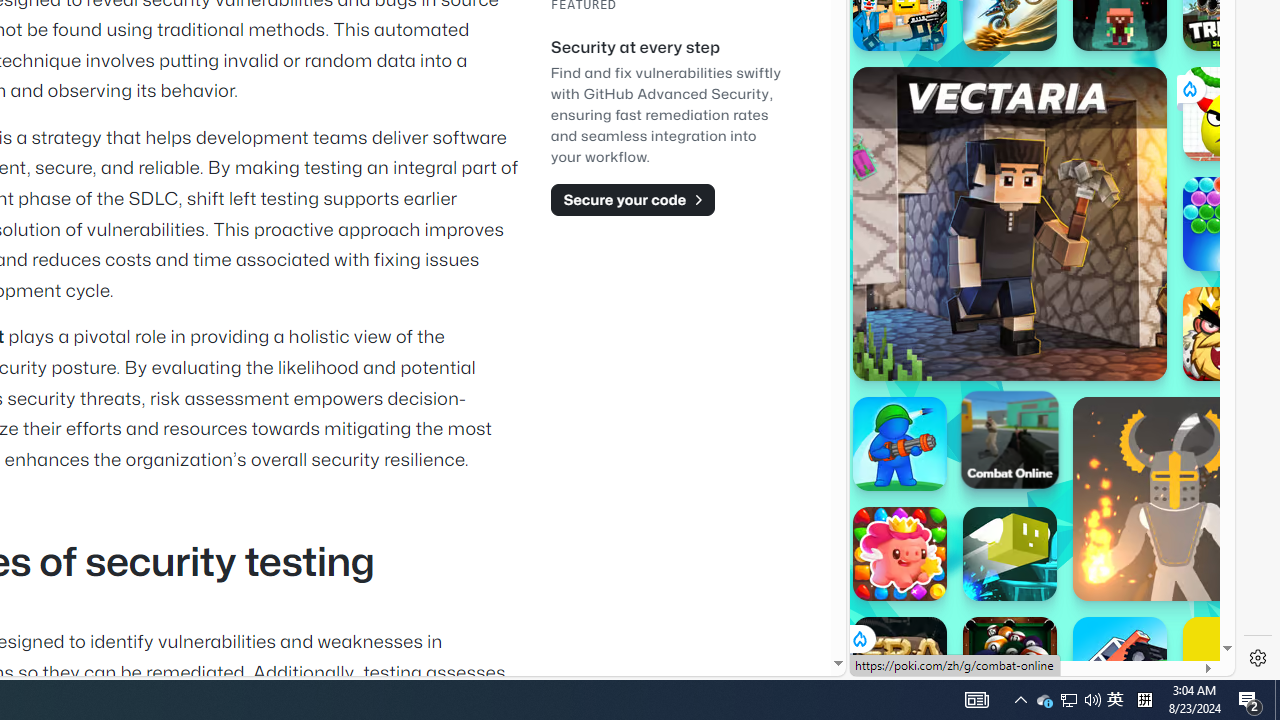 The width and height of the screenshot is (1280, 720). I want to click on '8 Ball Pool With Buddies 8 Ball Pool With Buddies', so click(1009, 664).